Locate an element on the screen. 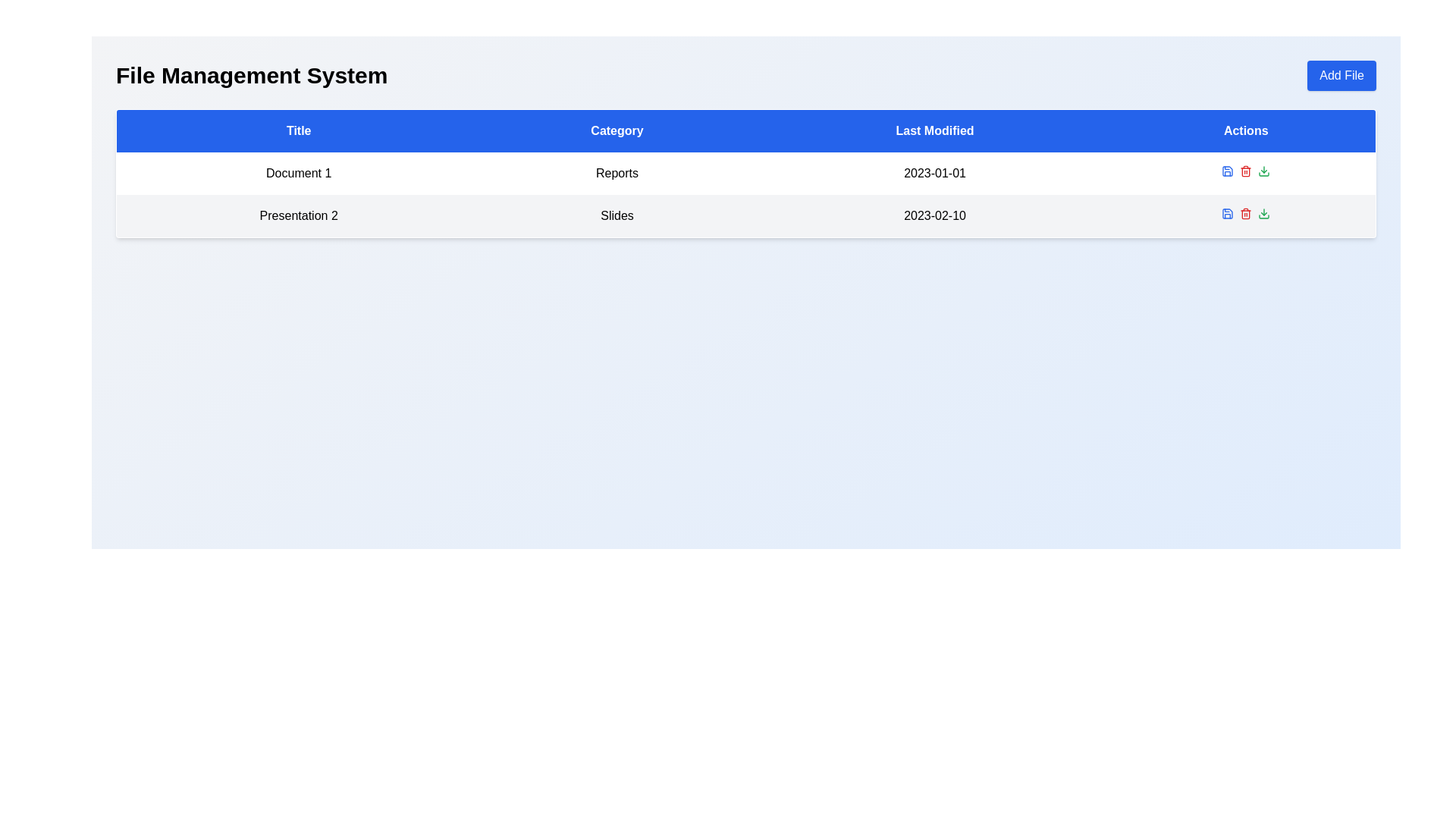 The height and width of the screenshot is (819, 1456). the Text Label indicating the category or type of the listed file or document item, located in the second row of the table under the 'Category' column, next to 'Presentation 2' and before '2023-02-10' is located at coordinates (617, 216).